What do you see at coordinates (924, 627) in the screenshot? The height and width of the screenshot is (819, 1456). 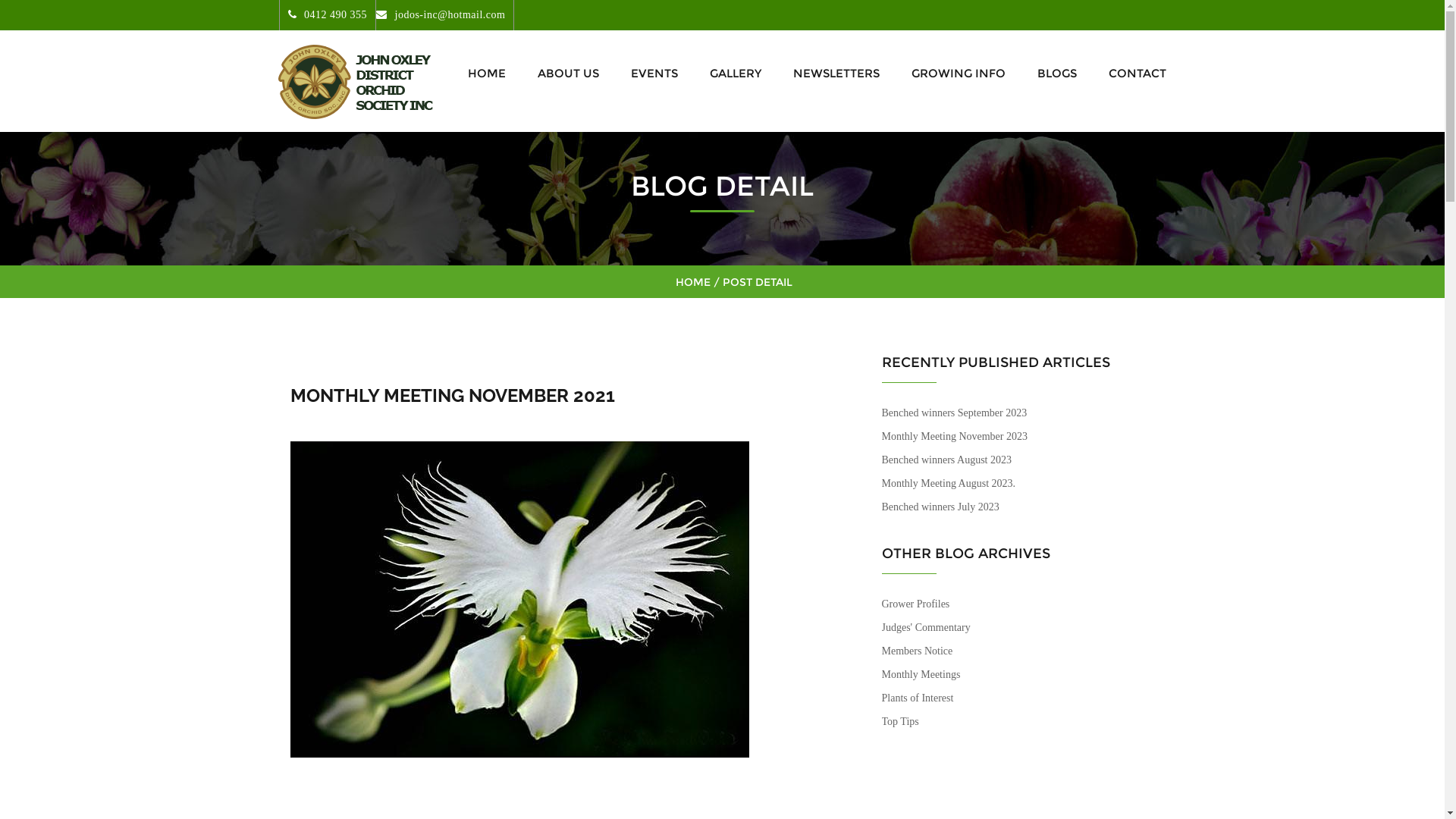 I see `'Judges' Commentary'` at bounding box center [924, 627].